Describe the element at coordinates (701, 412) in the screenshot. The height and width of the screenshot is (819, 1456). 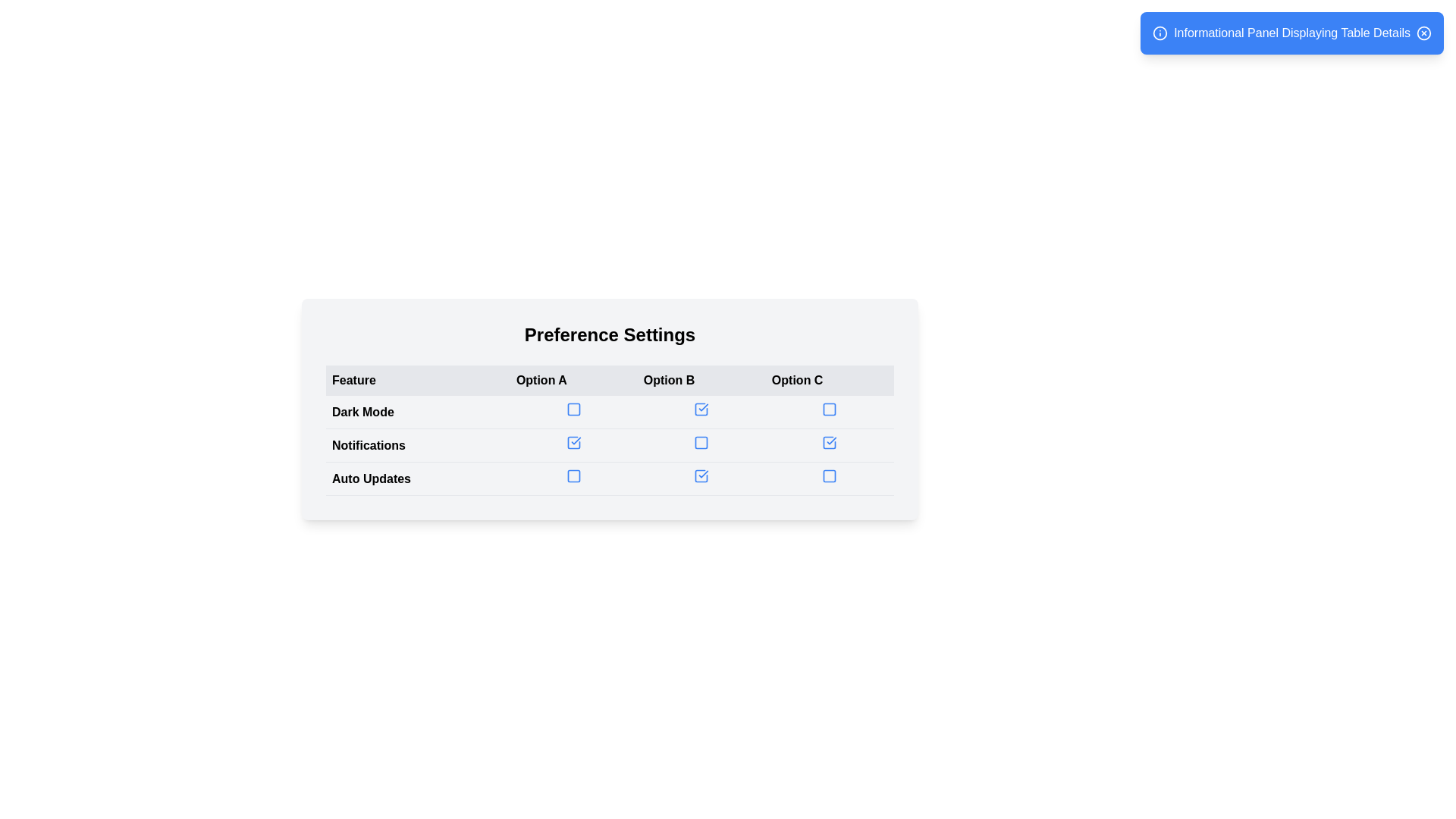
I see `the checkbox for 'Option B' in the 'Preference Settings' table` at that location.